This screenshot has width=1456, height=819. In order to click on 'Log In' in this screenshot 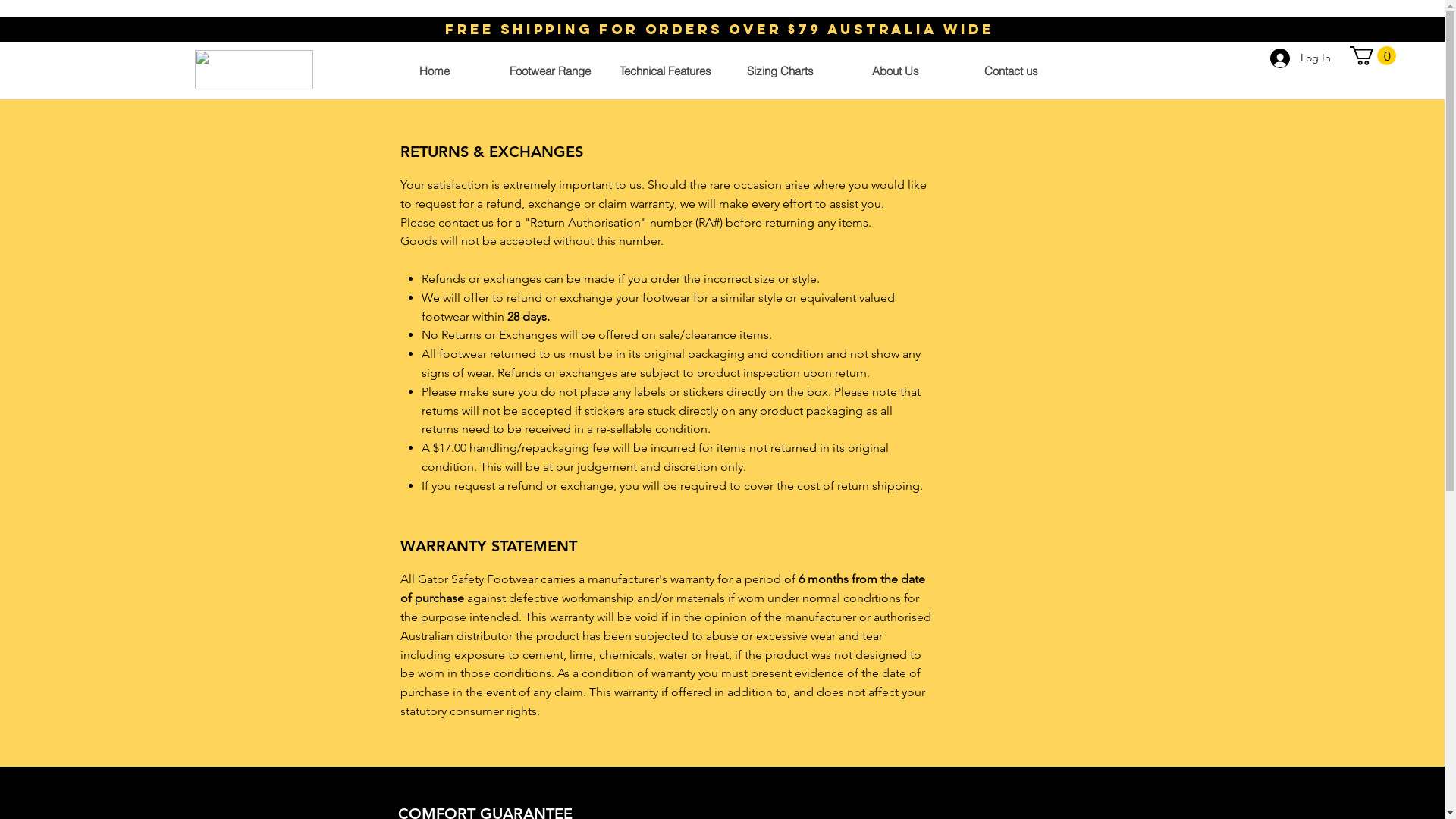, I will do `click(1299, 58)`.